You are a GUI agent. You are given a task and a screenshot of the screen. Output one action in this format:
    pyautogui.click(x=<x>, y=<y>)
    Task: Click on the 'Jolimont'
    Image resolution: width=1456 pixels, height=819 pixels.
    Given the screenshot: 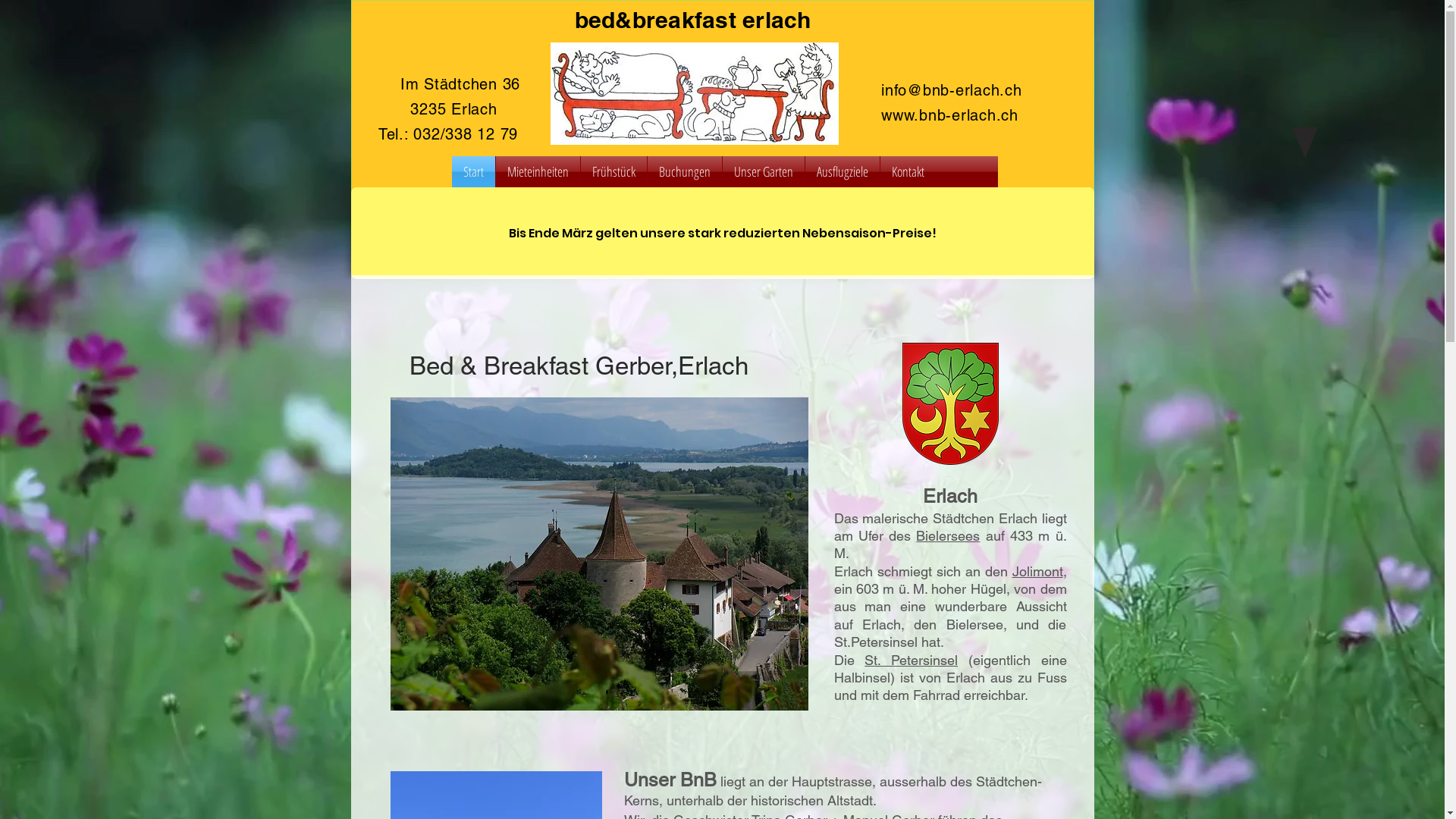 What is the action you would take?
    pyautogui.click(x=1036, y=571)
    